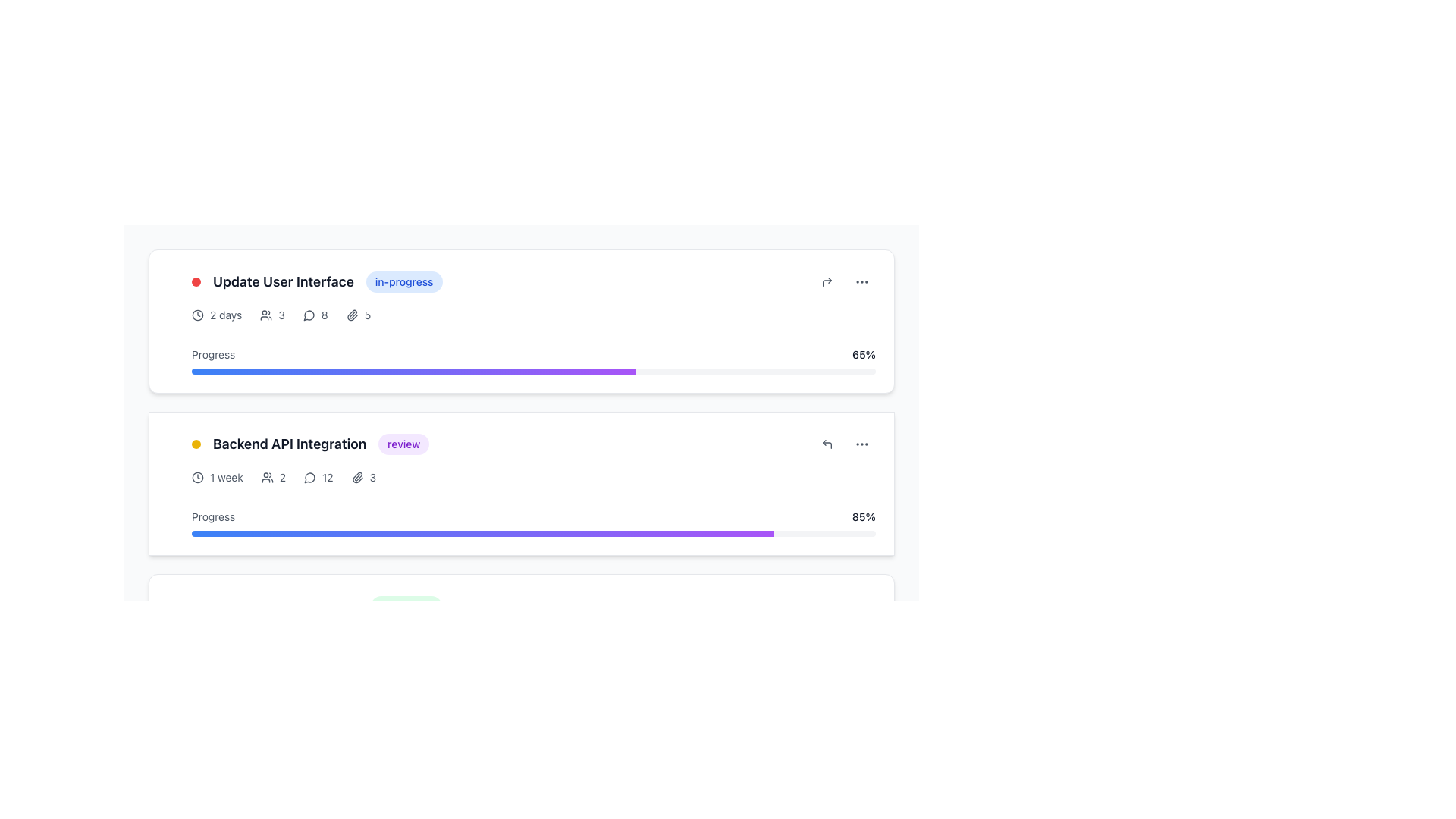  Describe the element at coordinates (196, 315) in the screenshot. I see `the small clock icon with a minimalist design located below the title 'Update User Interface' and before the text '2 days'` at that location.